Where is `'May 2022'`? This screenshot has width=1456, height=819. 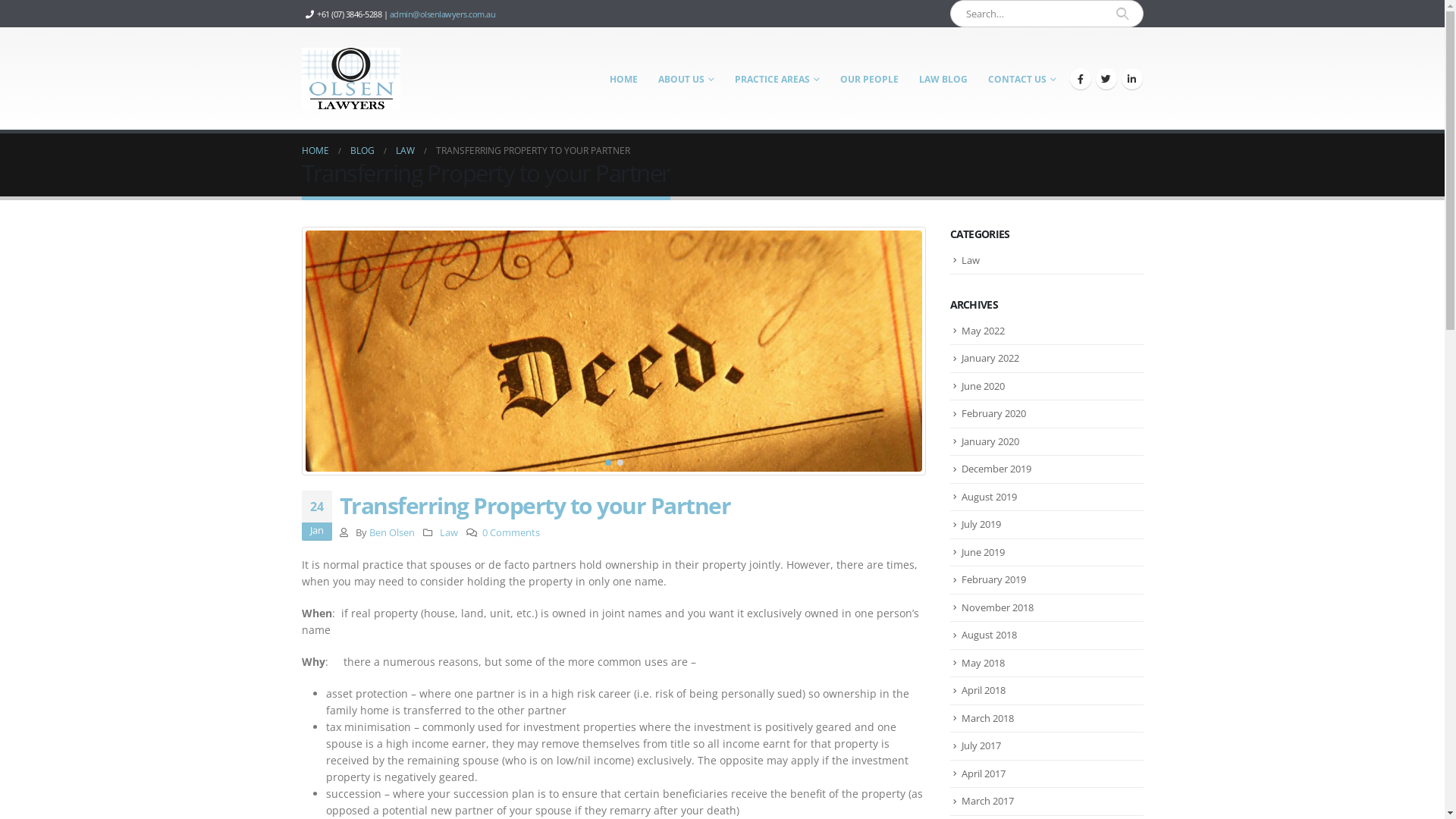
'May 2022' is located at coordinates (983, 329).